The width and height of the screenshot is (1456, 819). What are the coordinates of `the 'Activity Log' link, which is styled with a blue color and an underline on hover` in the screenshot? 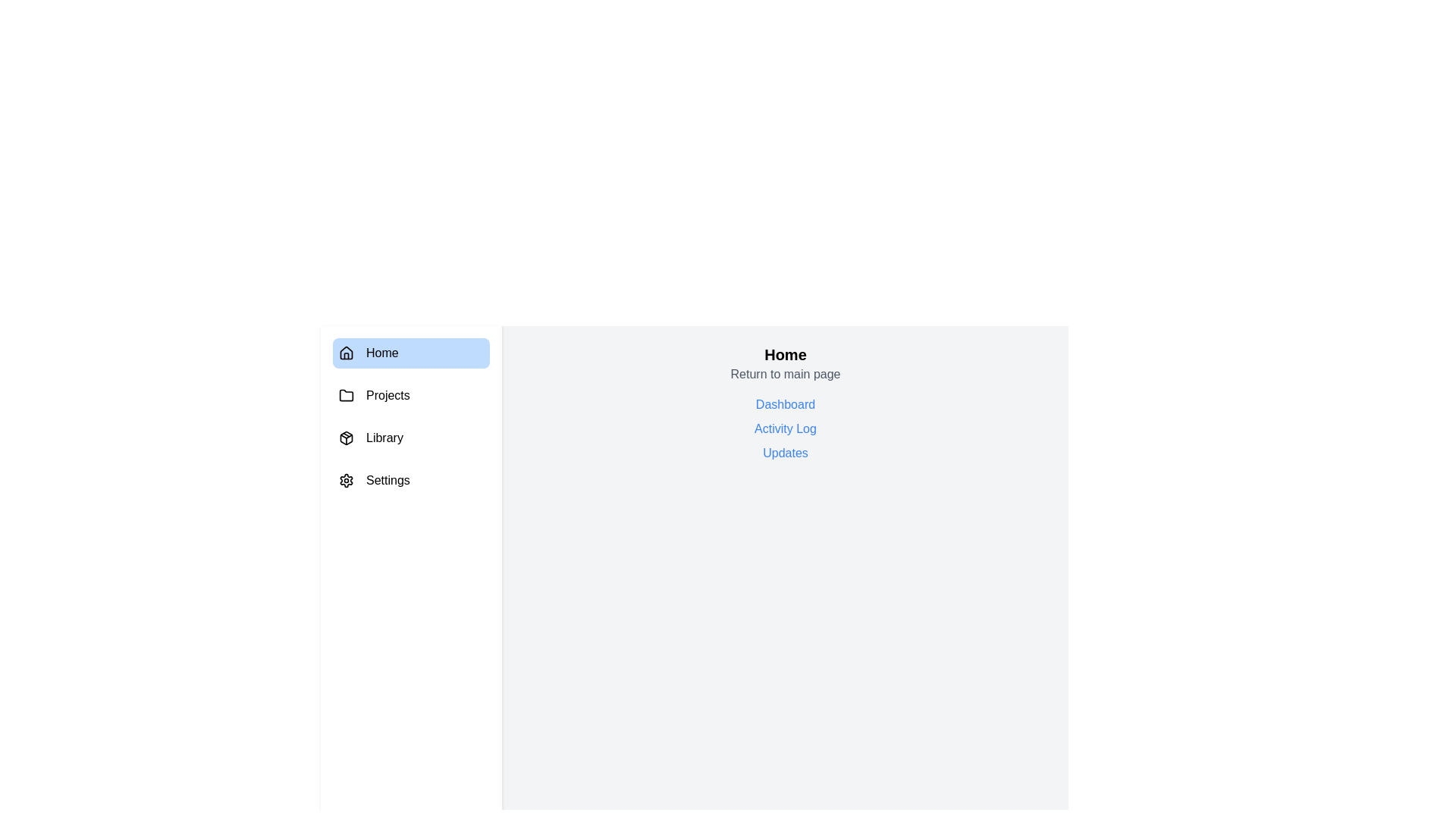 It's located at (786, 429).